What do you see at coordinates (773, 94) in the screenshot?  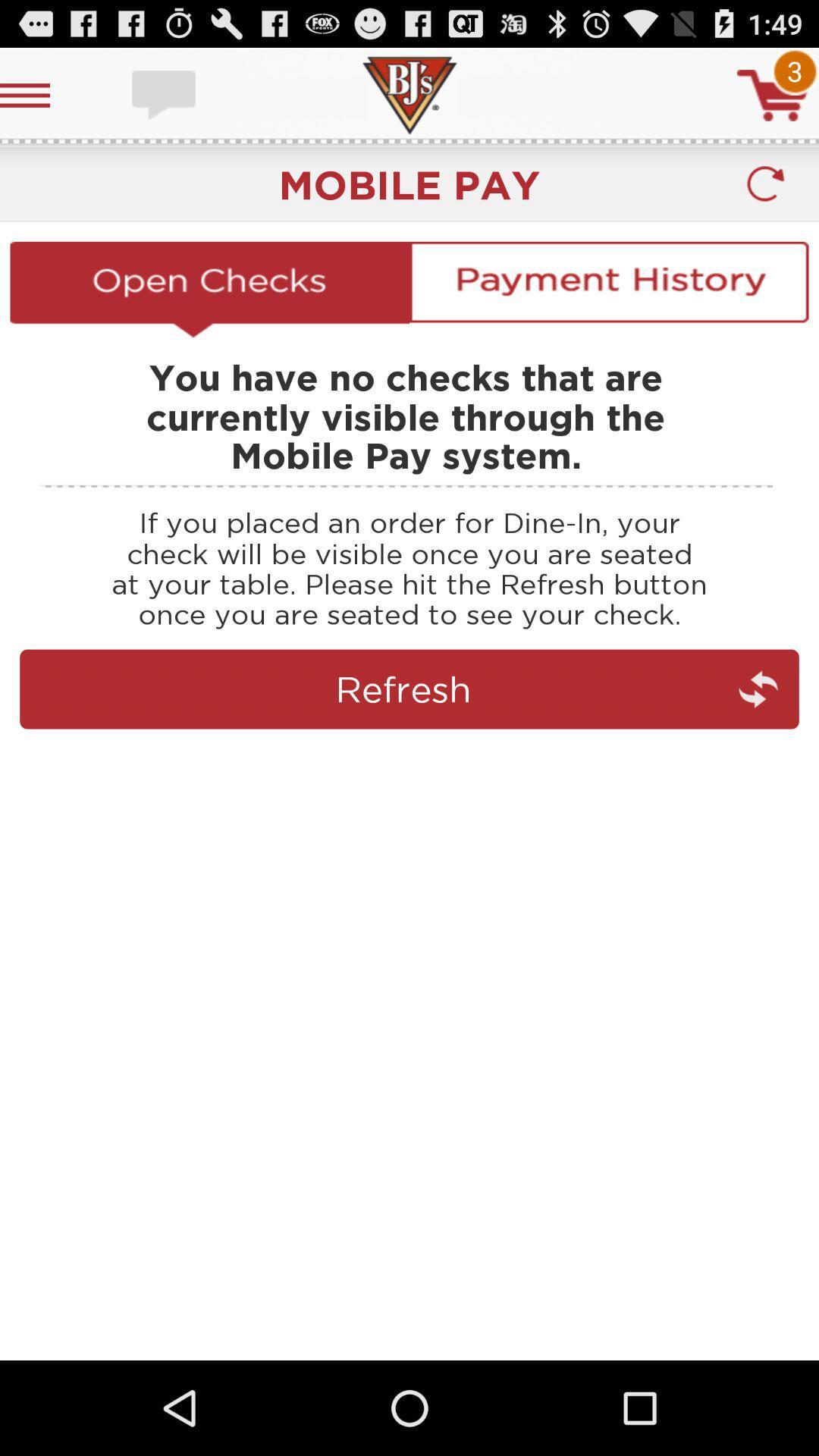 I see `shopping cart` at bounding box center [773, 94].